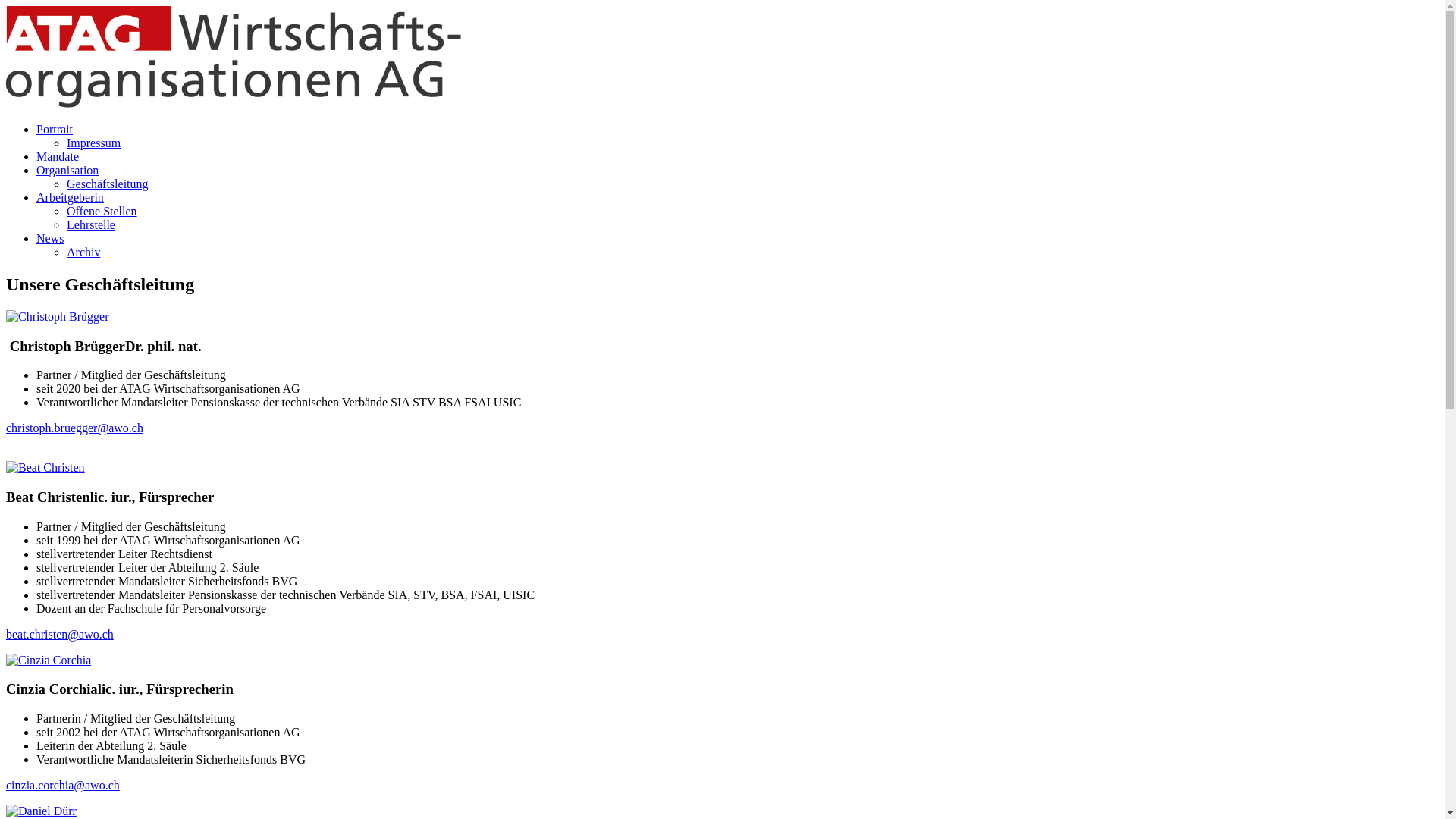  Describe the element at coordinates (93, 143) in the screenshot. I see `'Impressum'` at that location.